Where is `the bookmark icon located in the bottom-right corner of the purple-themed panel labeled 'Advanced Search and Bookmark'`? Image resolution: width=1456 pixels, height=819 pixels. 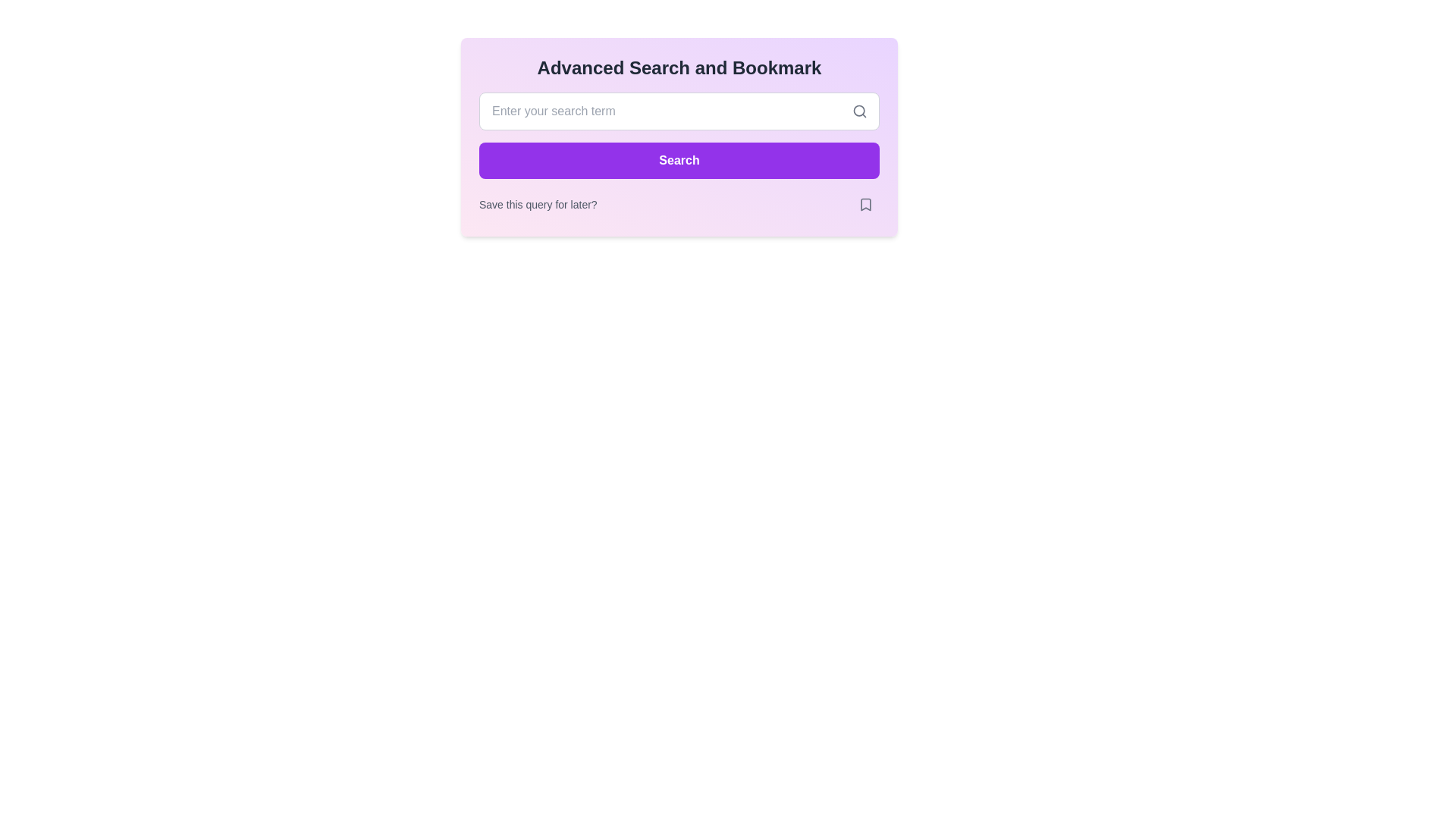 the bookmark icon located in the bottom-right corner of the purple-themed panel labeled 'Advanced Search and Bookmark' is located at coordinates (866, 205).